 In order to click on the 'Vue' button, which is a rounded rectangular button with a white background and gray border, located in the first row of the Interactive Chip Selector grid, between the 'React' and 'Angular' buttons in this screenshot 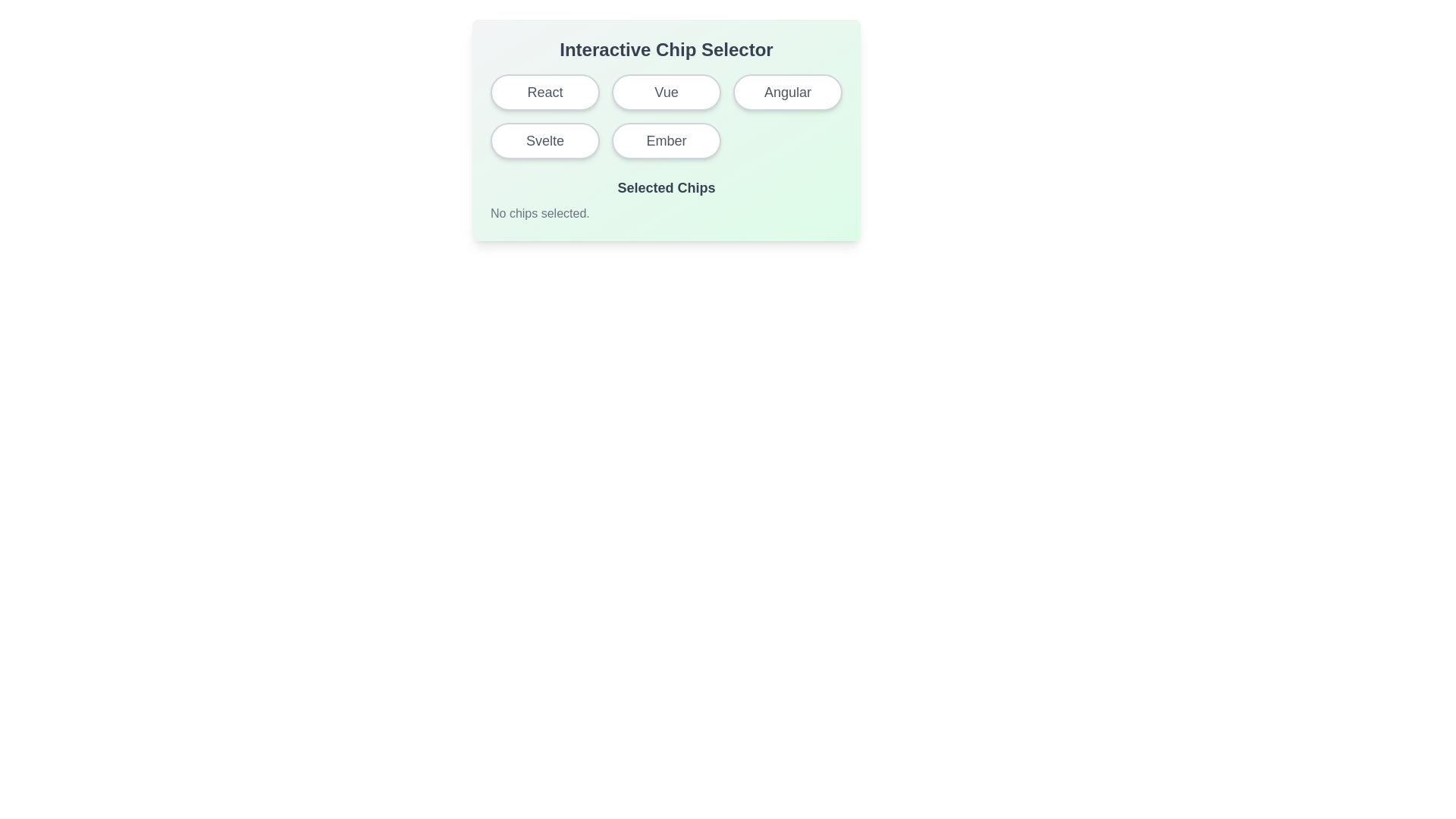, I will do `click(666, 93)`.